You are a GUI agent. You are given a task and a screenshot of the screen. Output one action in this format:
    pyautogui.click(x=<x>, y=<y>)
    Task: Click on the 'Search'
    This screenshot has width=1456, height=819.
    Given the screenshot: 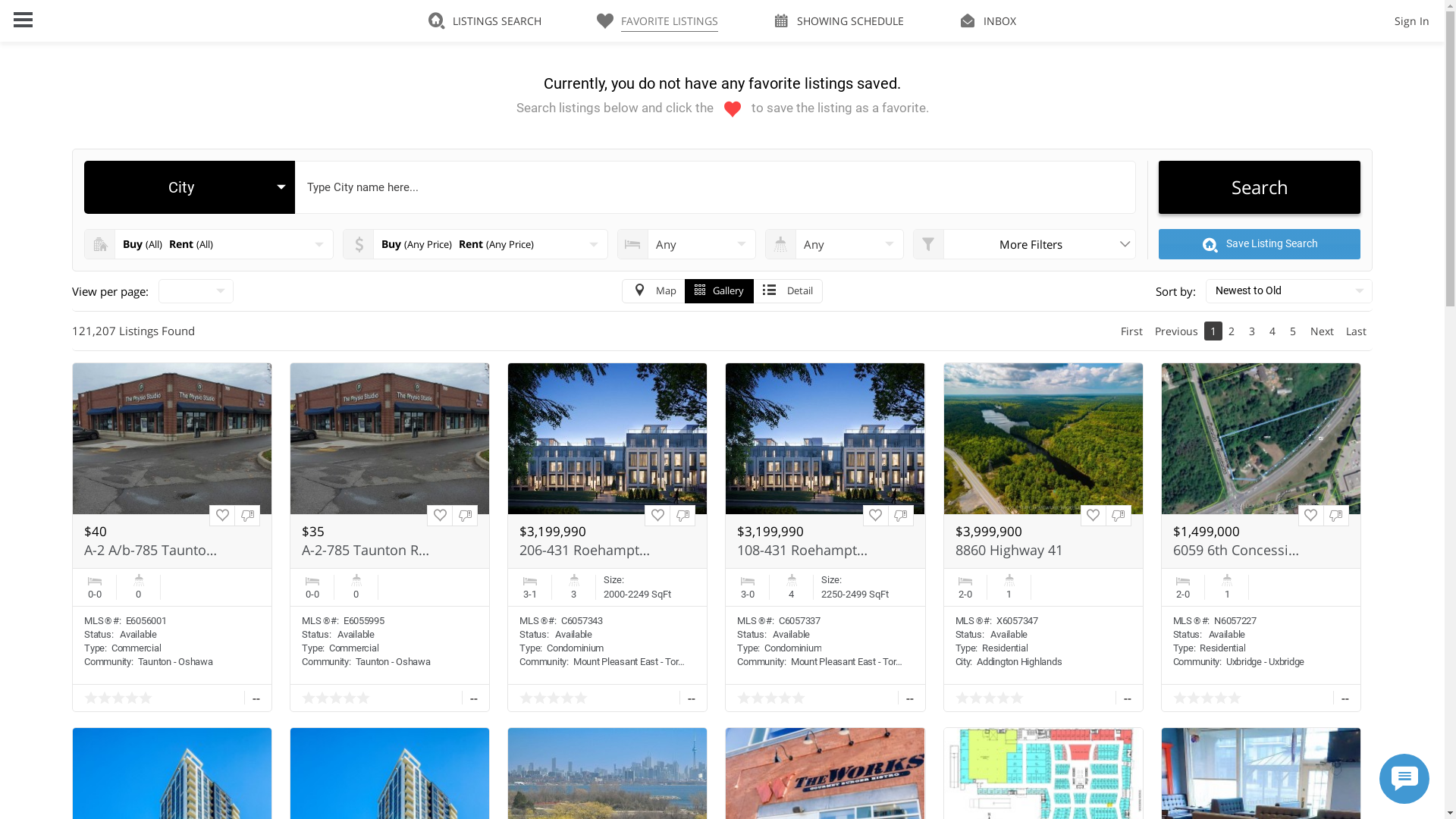 What is the action you would take?
    pyautogui.click(x=1259, y=186)
    